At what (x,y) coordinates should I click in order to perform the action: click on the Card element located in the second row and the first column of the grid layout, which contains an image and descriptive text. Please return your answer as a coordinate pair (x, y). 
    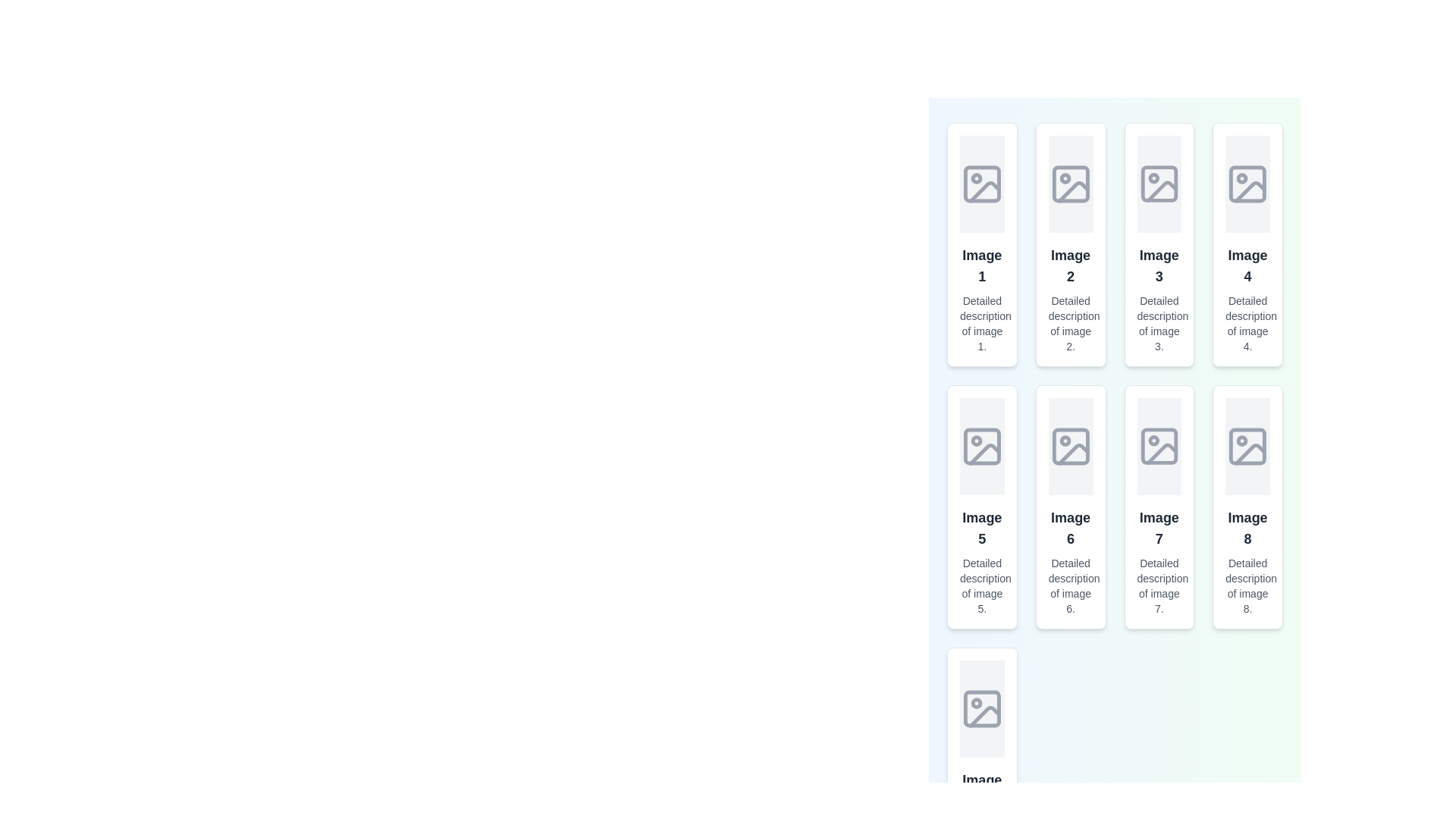
    Looking at the image, I should click on (982, 507).